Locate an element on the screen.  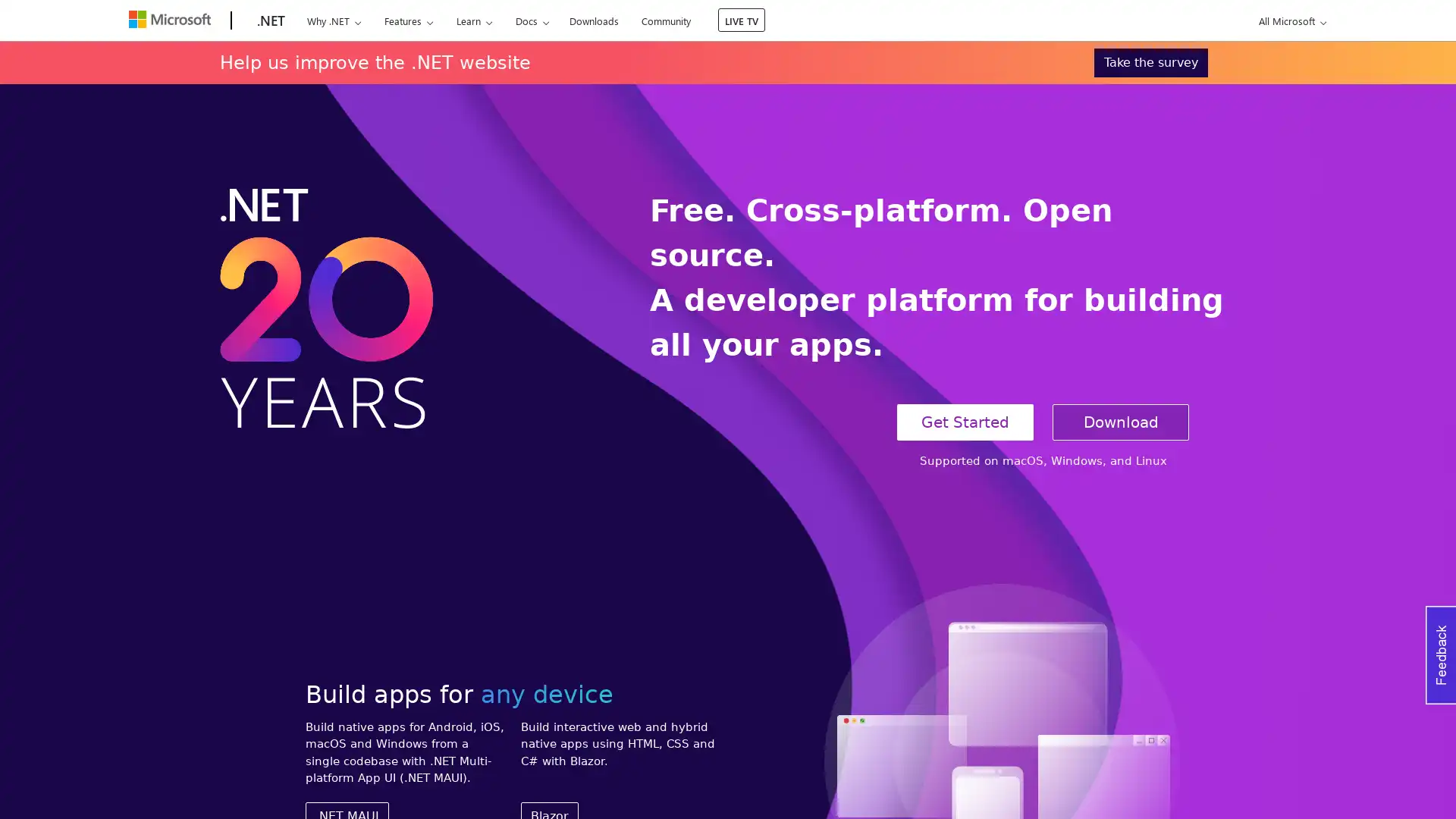
All Microsoft expand to see list of Microsoft products and services is located at coordinates (1289, 20).